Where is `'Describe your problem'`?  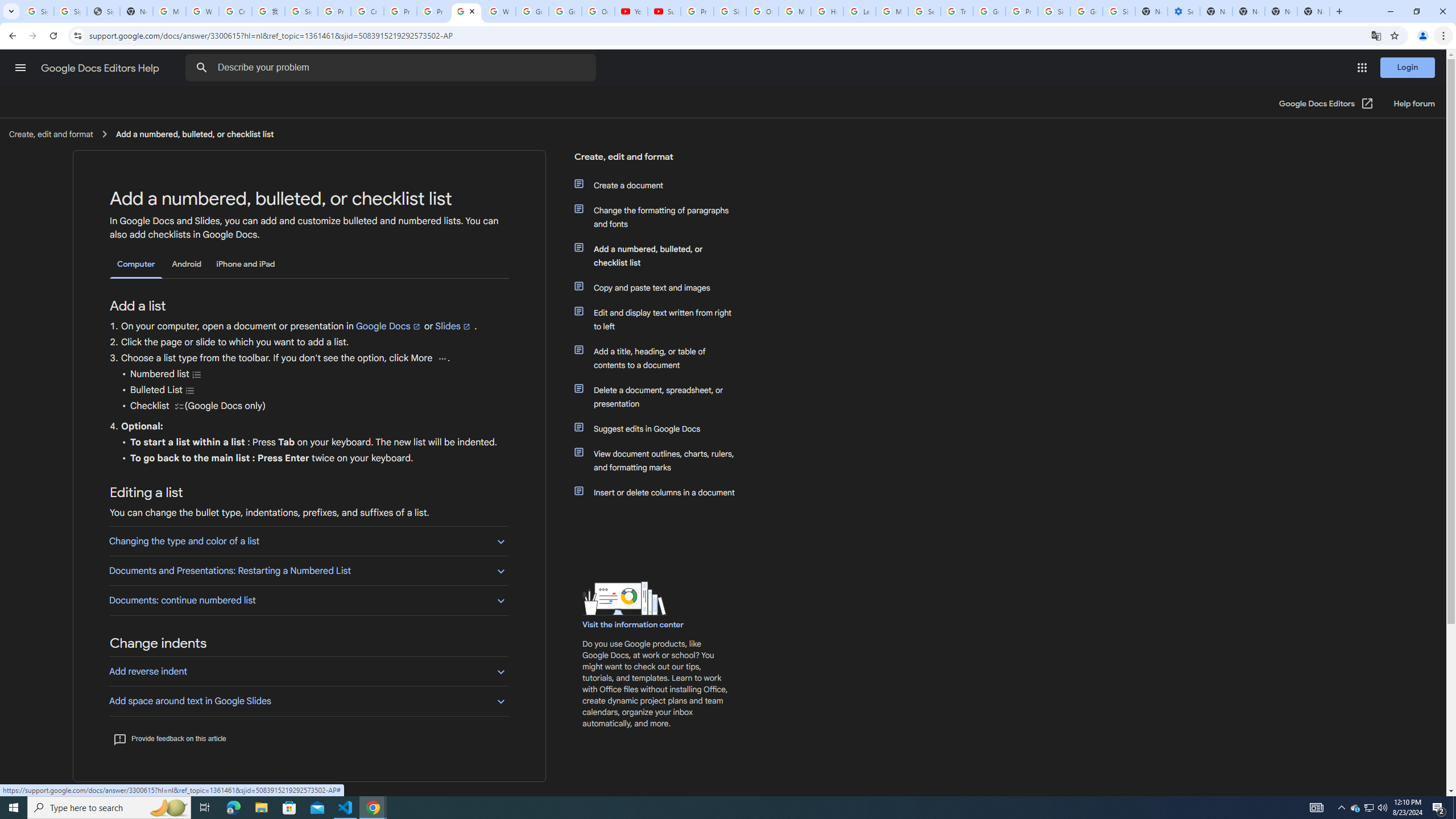
'Describe your problem' is located at coordinates (391, 67).